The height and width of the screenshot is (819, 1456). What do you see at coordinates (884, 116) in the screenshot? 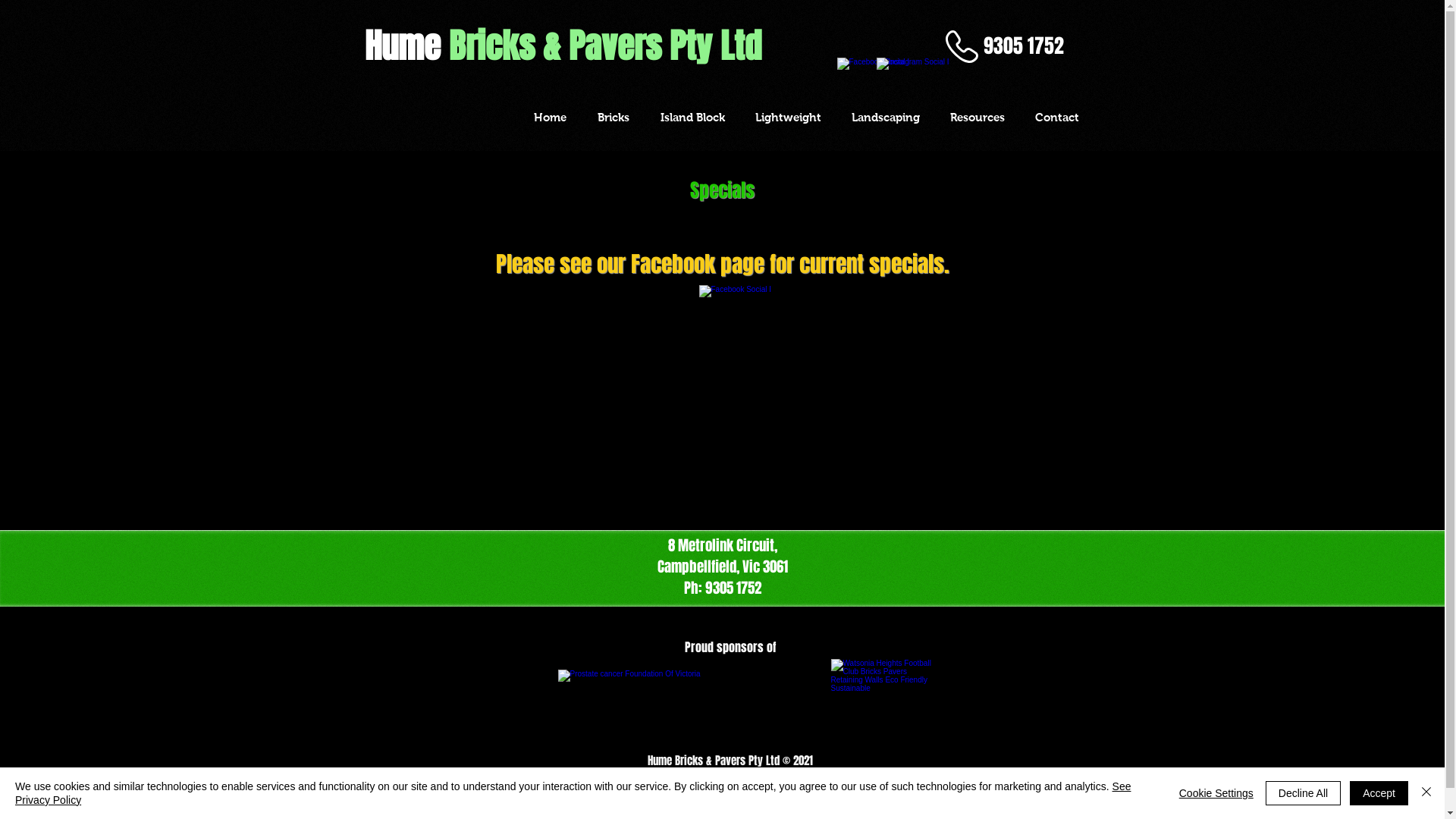
I see `'Landscaping'` at bounding box center [884, 116].